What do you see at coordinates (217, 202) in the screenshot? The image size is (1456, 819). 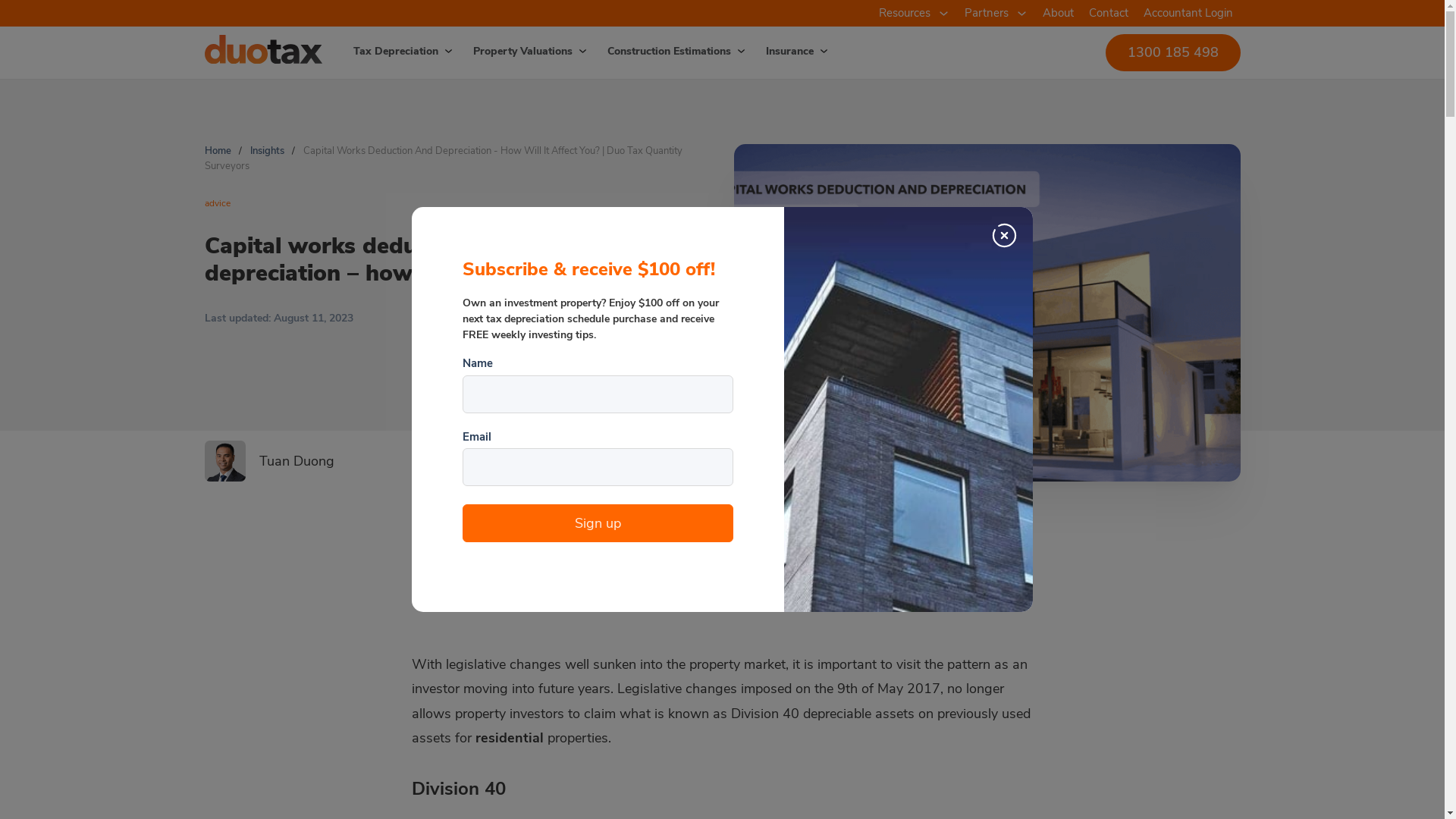 I see `'advice'` at bounding box center [217, 202].